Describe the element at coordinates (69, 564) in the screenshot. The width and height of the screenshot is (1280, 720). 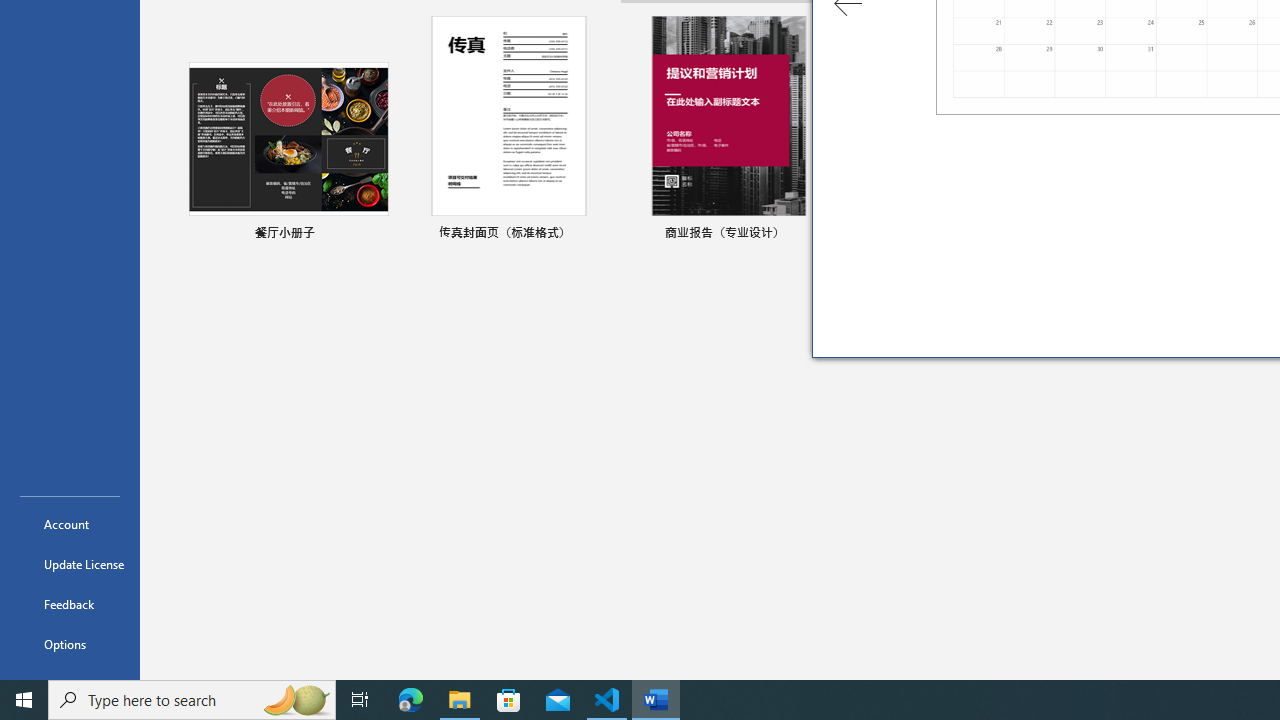
I see `'Update License'` at that location.